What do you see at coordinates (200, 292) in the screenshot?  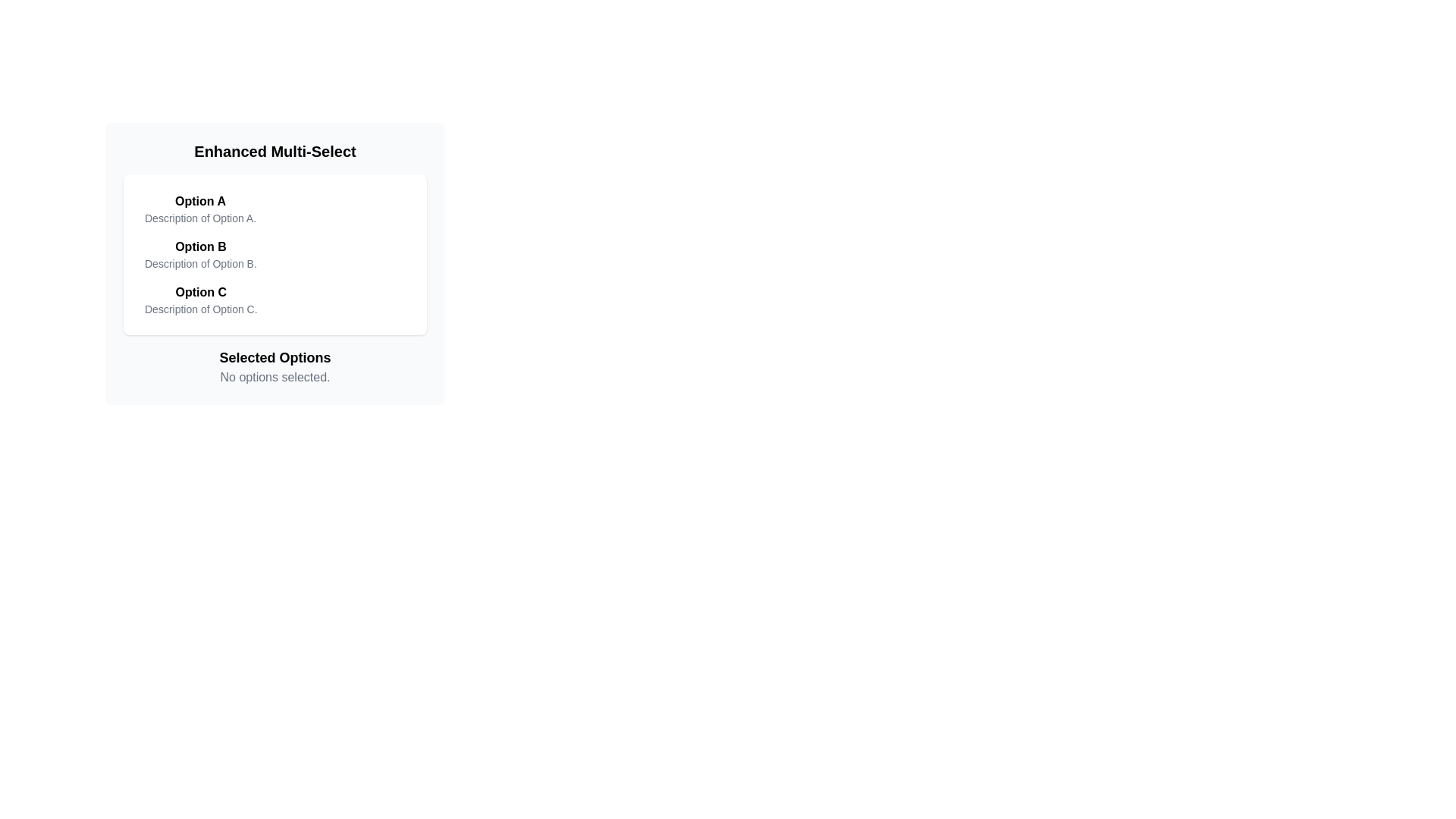 I see `text content of the third selectable option label under 'Enhanced Multi-Select', which is positioned between 'Option B' and the description for 'Option C'` at bounding box center [200, 292].